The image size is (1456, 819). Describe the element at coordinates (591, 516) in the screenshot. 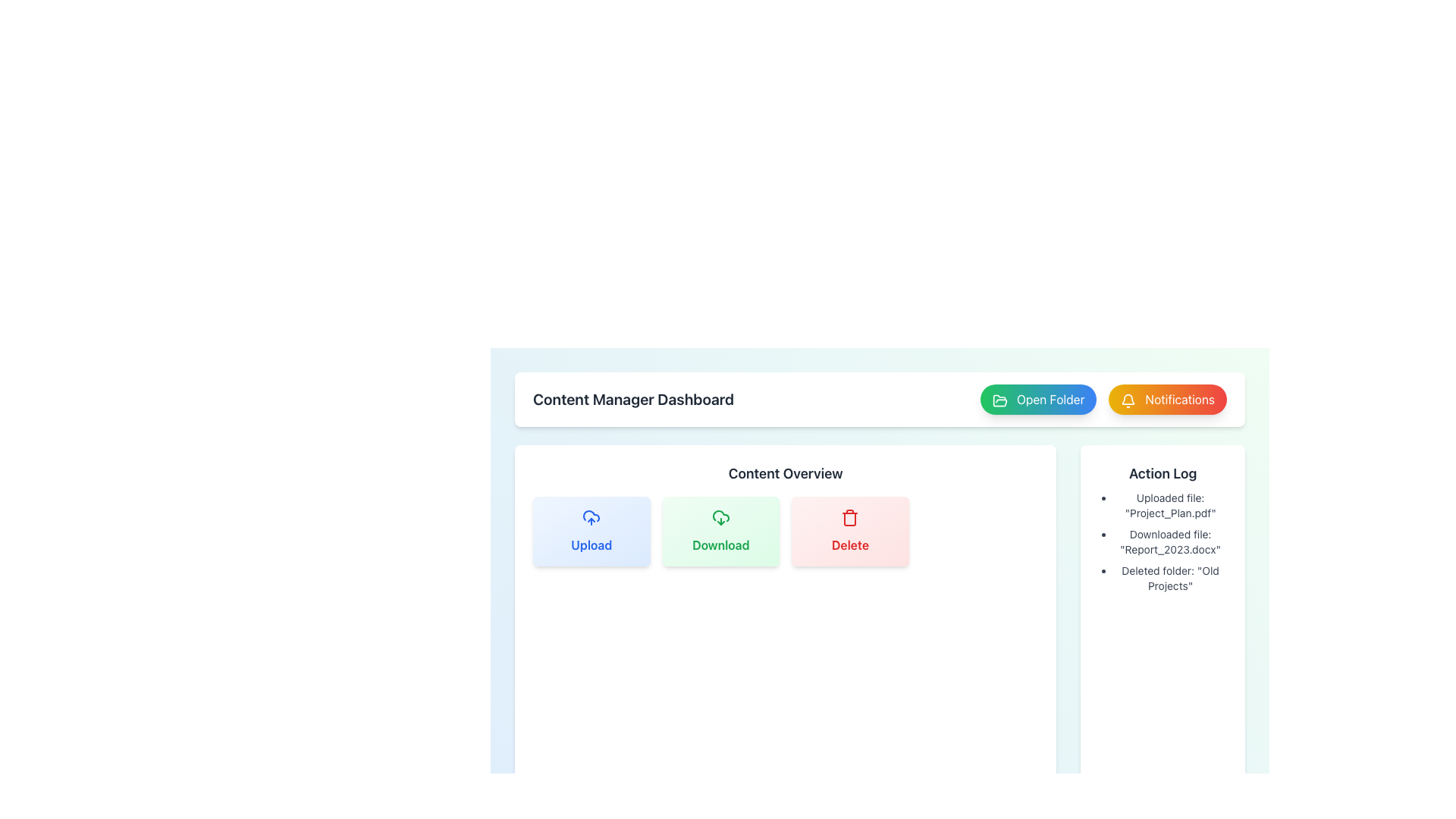

I see `the cloud-shaped icon with an upward arrow located within the blue 'Upload' button in the 'Content Overview' section` at that location.